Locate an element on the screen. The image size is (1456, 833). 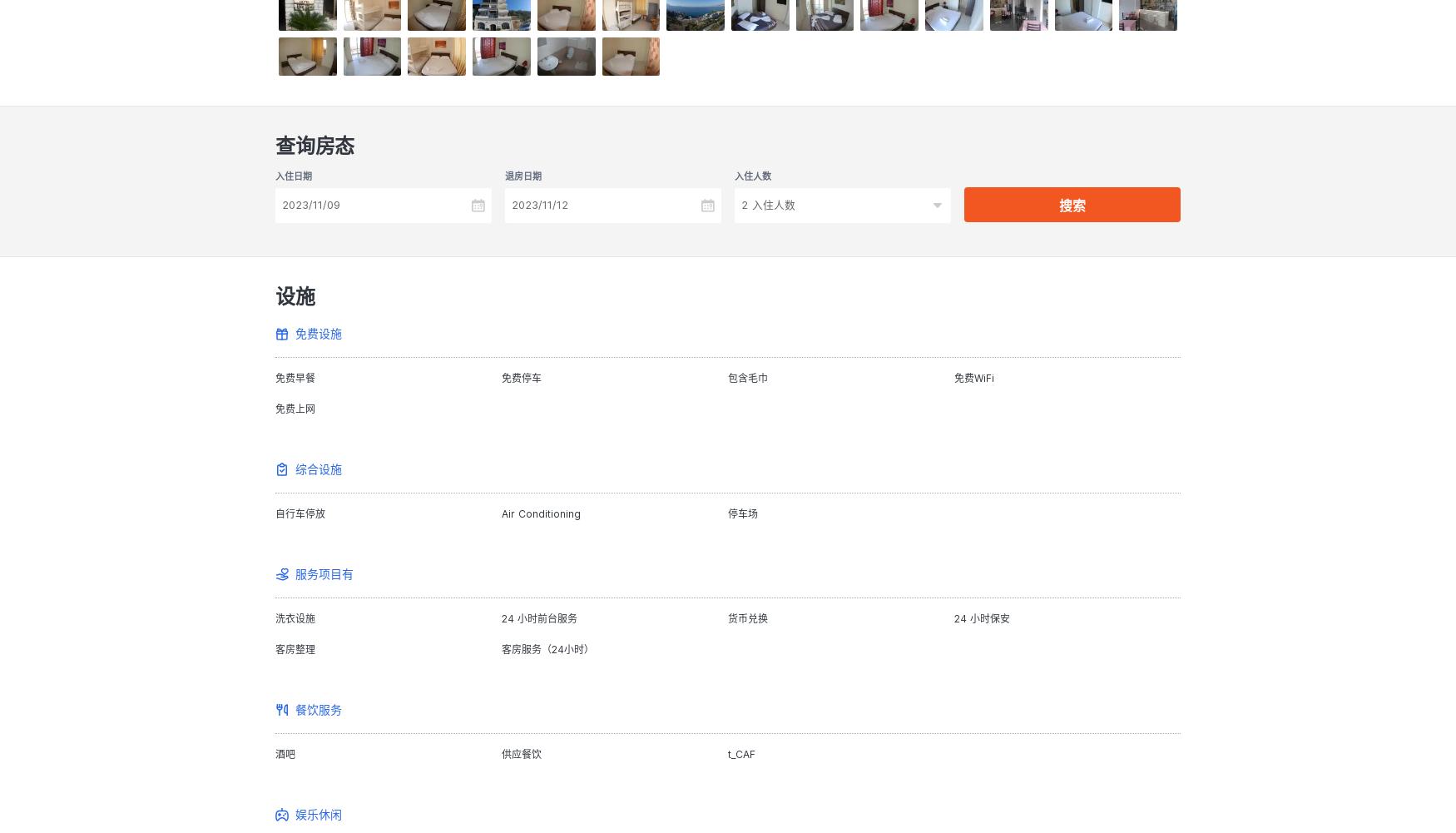
'客房服务（24小时）' is located at coordinates (547, 649).